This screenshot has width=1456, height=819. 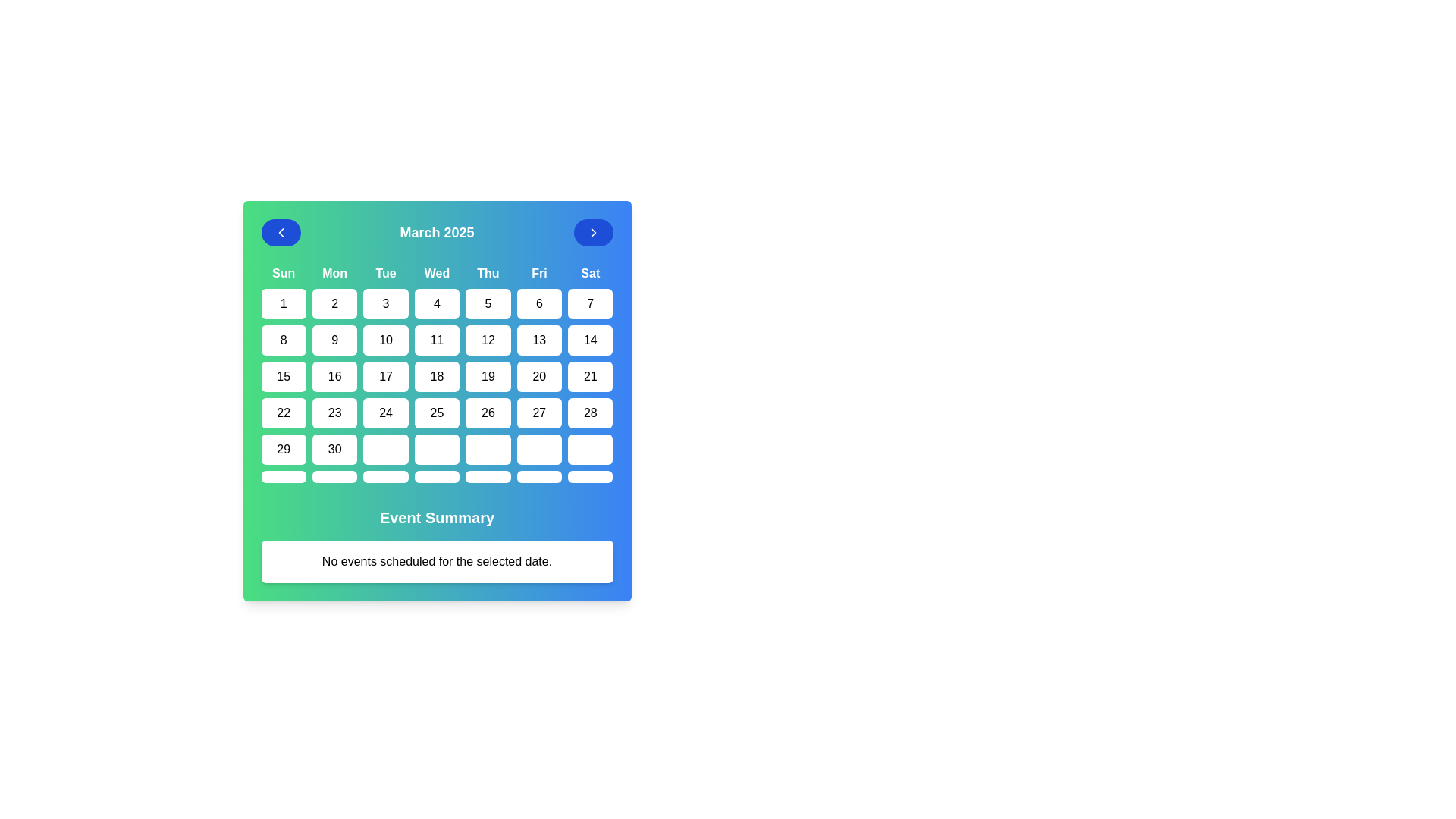 I want to click on the '7' date button, so click(x=589, y=304).